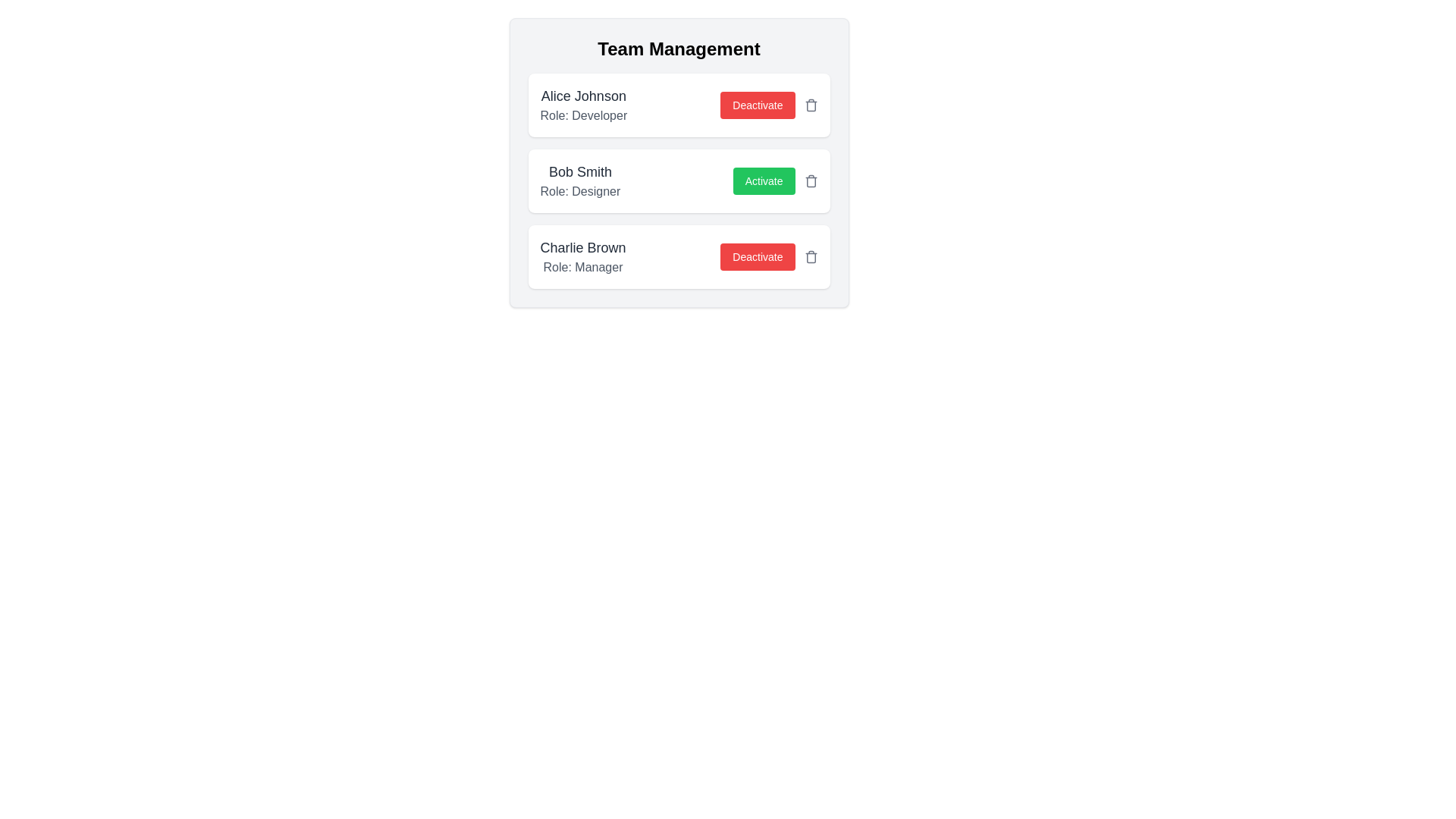  Describe the element at coordinates (810, 180) in the screenshot. I see `trash icon button to remove the team member Bob Smith` at that location.